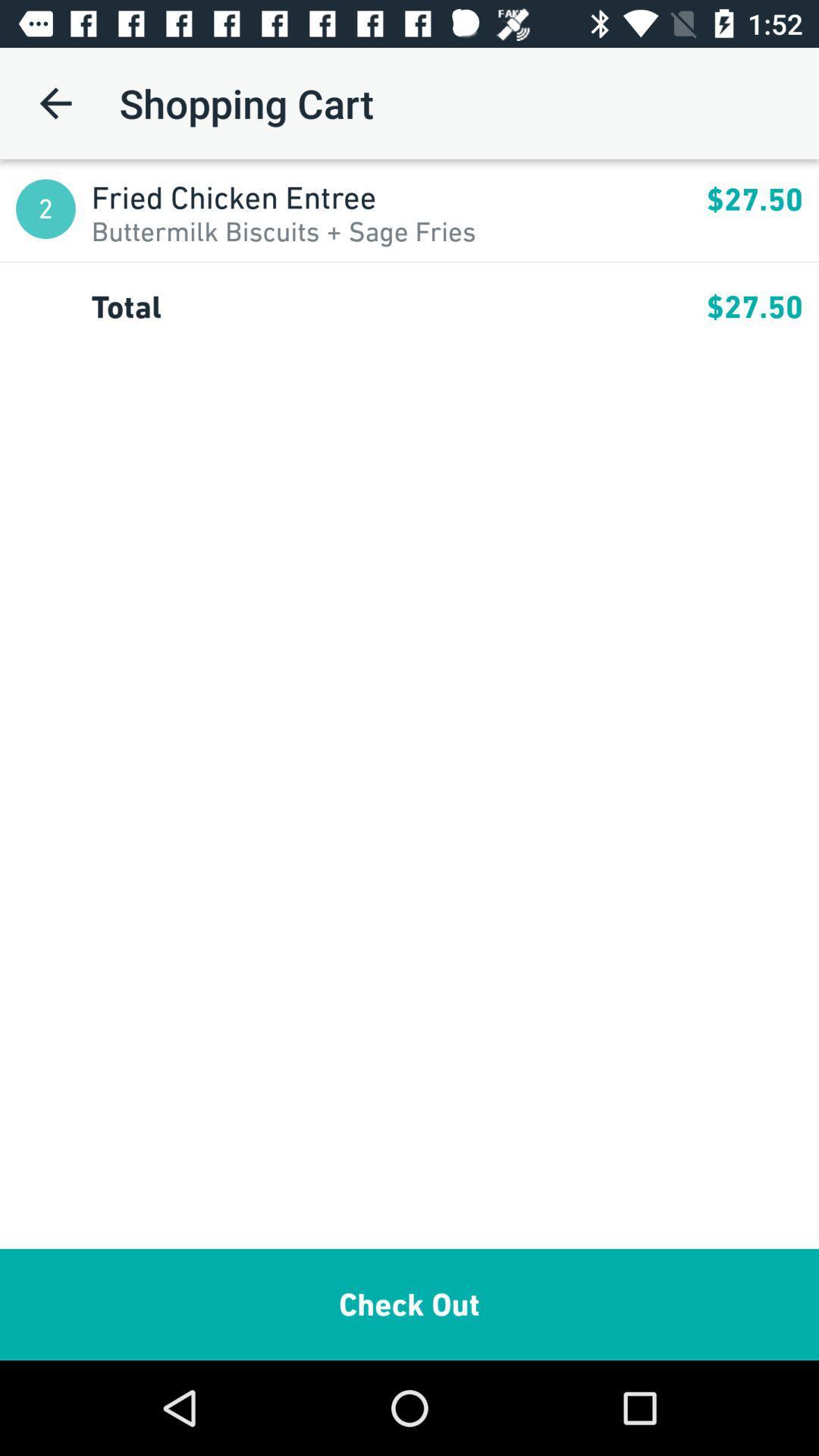 The width and height of the screenshot is (819, 1456). Describe the element at coordinates (45, 208) in the screenshot. I see `item to the left of fried chicken entree item` at that location.